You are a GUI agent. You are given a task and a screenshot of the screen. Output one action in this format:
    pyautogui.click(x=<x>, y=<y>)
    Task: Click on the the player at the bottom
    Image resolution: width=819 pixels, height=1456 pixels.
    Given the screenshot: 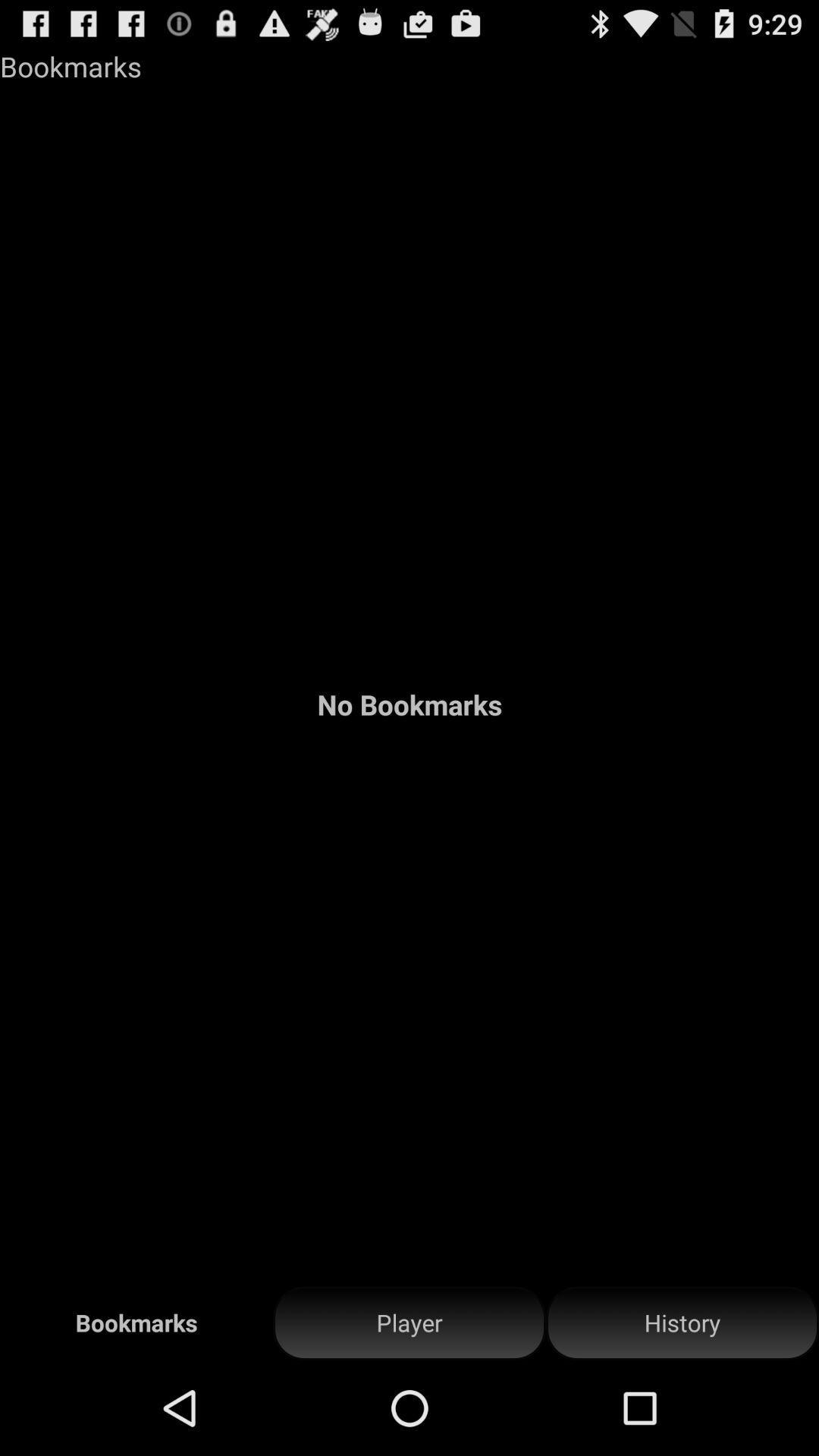 What is the action you would take?
    pyautogui.click(x=409, y=1323)
    